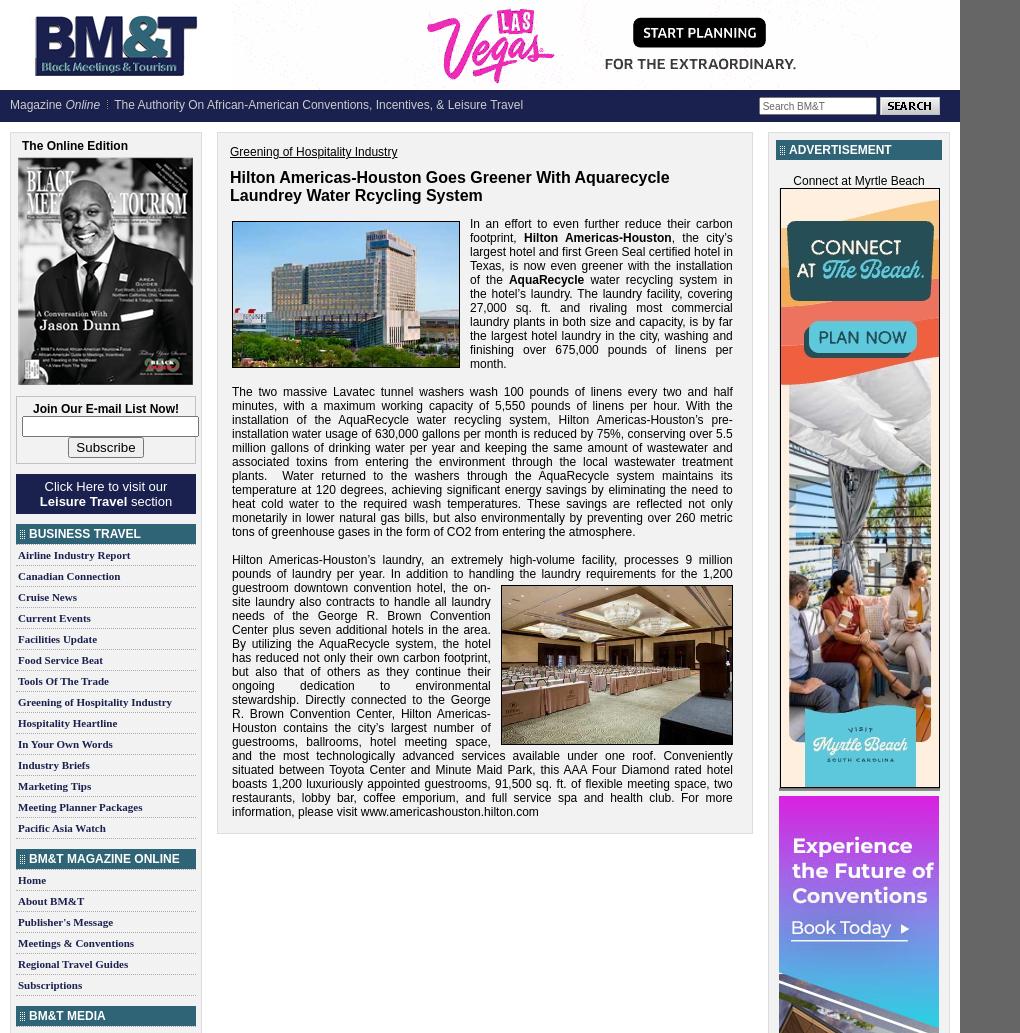  Describe the element at coordinates (67, 1014) in the screenshot. I see `'BM&T Media'` at that location.